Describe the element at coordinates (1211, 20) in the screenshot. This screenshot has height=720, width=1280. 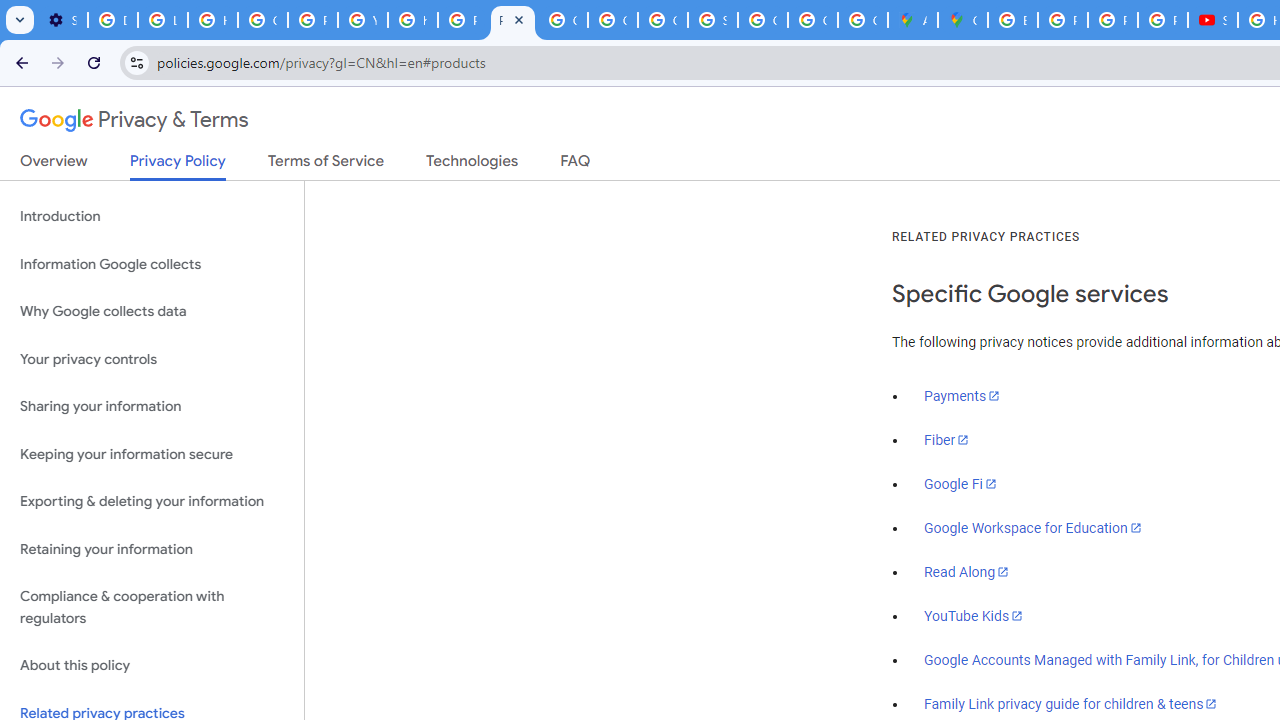
I see `'Subscriptions - YouTube'` at that location.